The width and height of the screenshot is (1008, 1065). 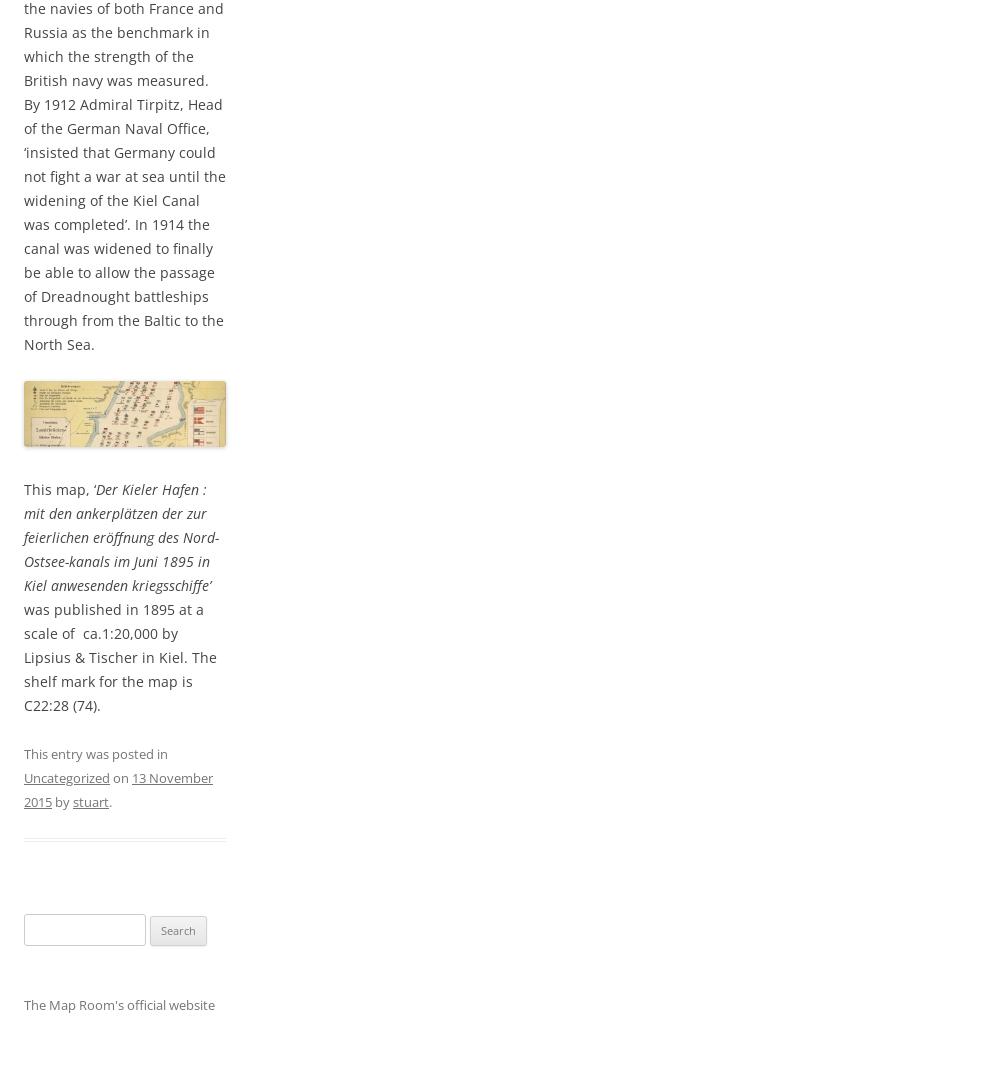 I want to click on '.', so click(x=110, y=802).